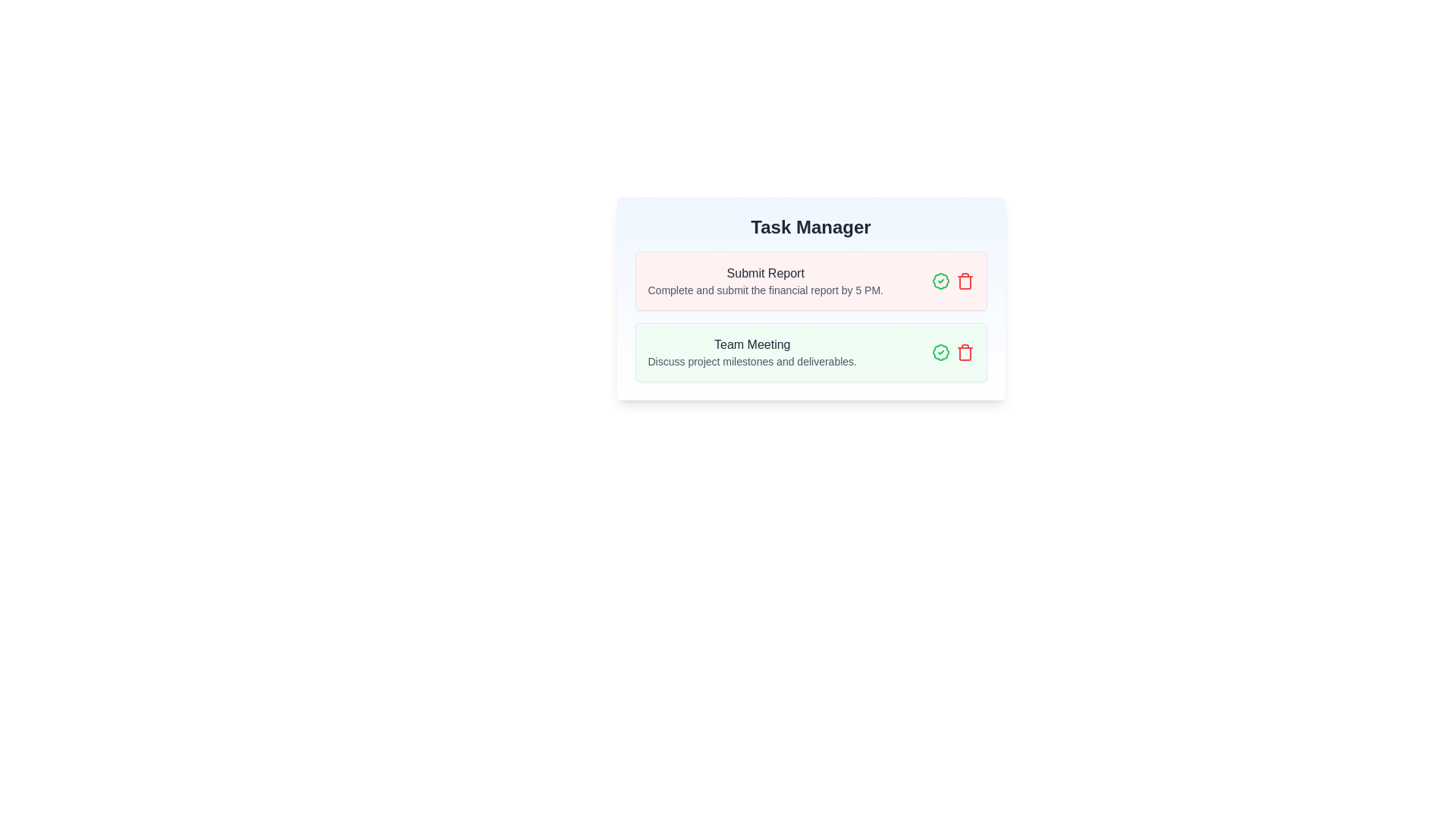 This screenshot has width=1456, height=819. I want to click on the decorative graphical icon with a green border and white fill, located adjacent to the text of the second task item below the 'Submit Report' task, so click(940, 353).